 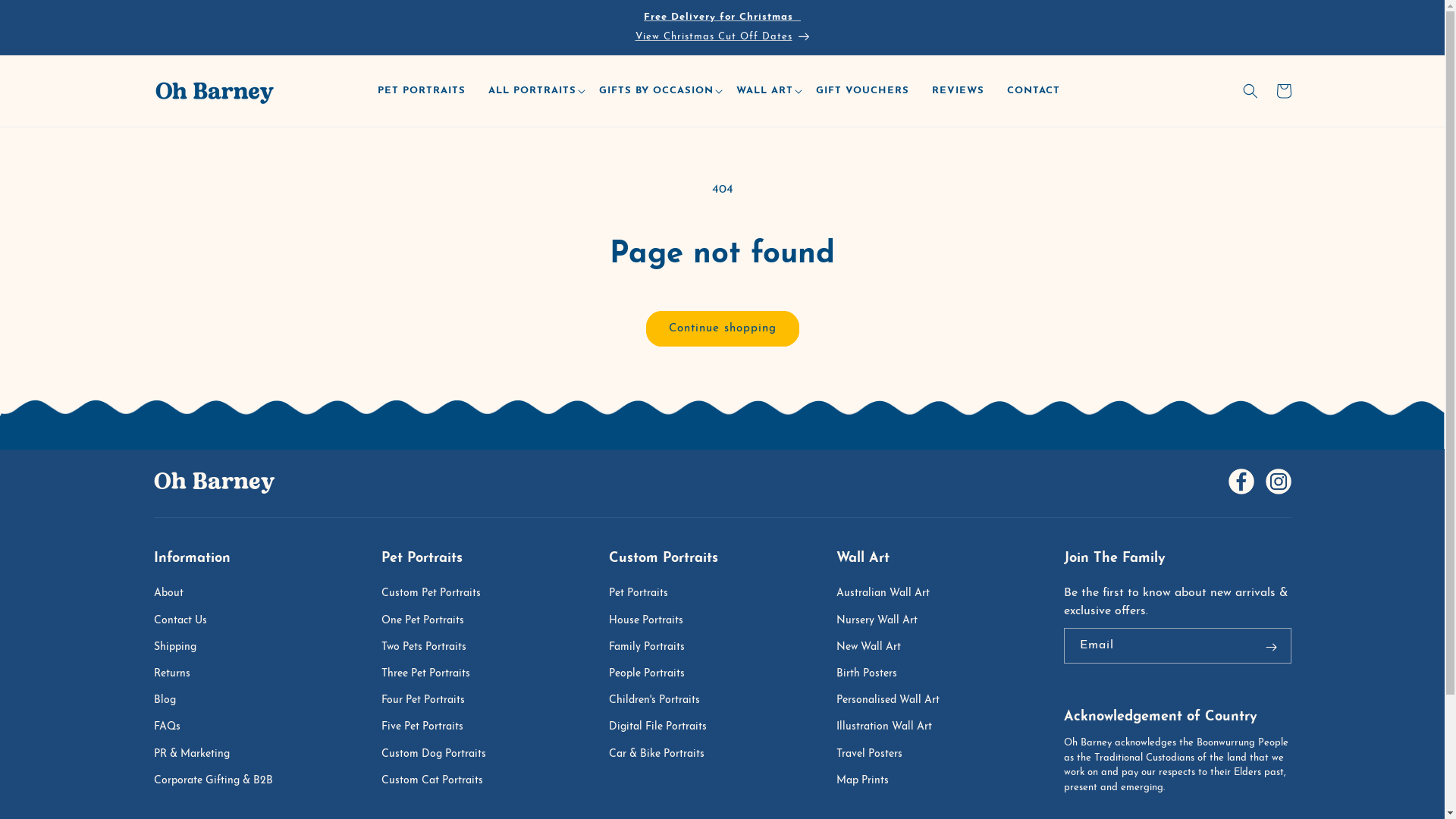 I want to click on 'Returns', so click(x=178, y=673).